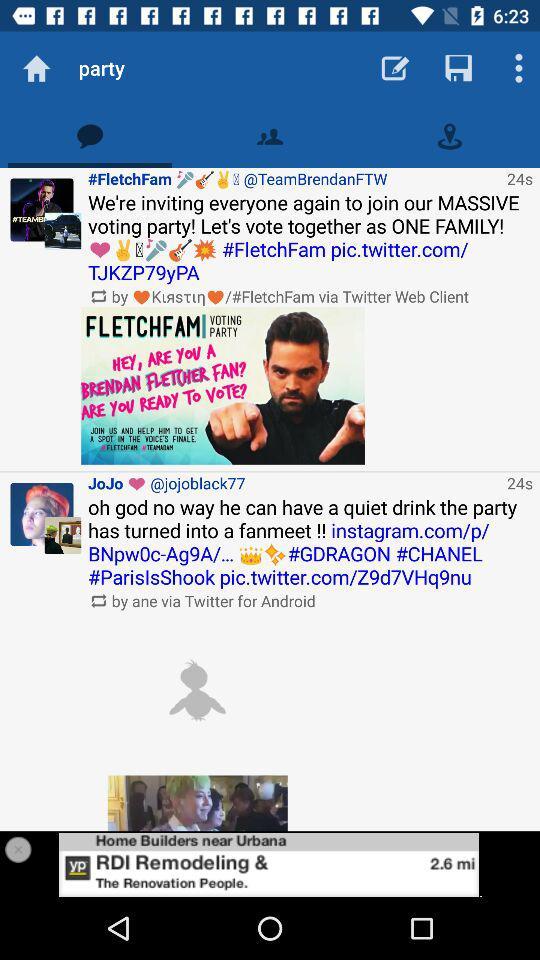 This screenshot has width=540, height=960. Describe the element at coordinates (293, 177) in the screenshot. I see `the icon next to the 24s` at that location.